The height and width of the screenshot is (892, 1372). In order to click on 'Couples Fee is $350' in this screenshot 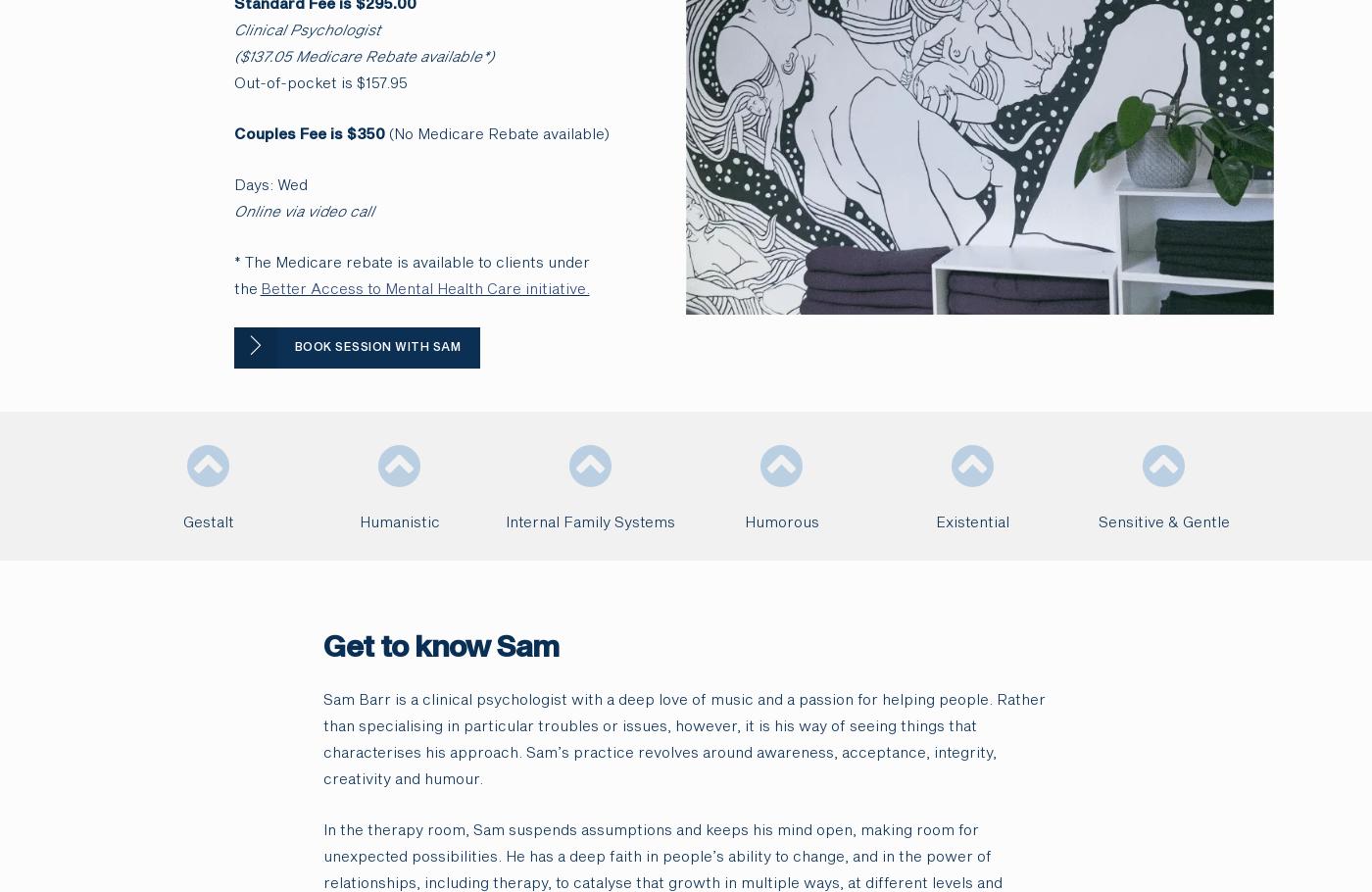, I will do `click(310, 133)`.